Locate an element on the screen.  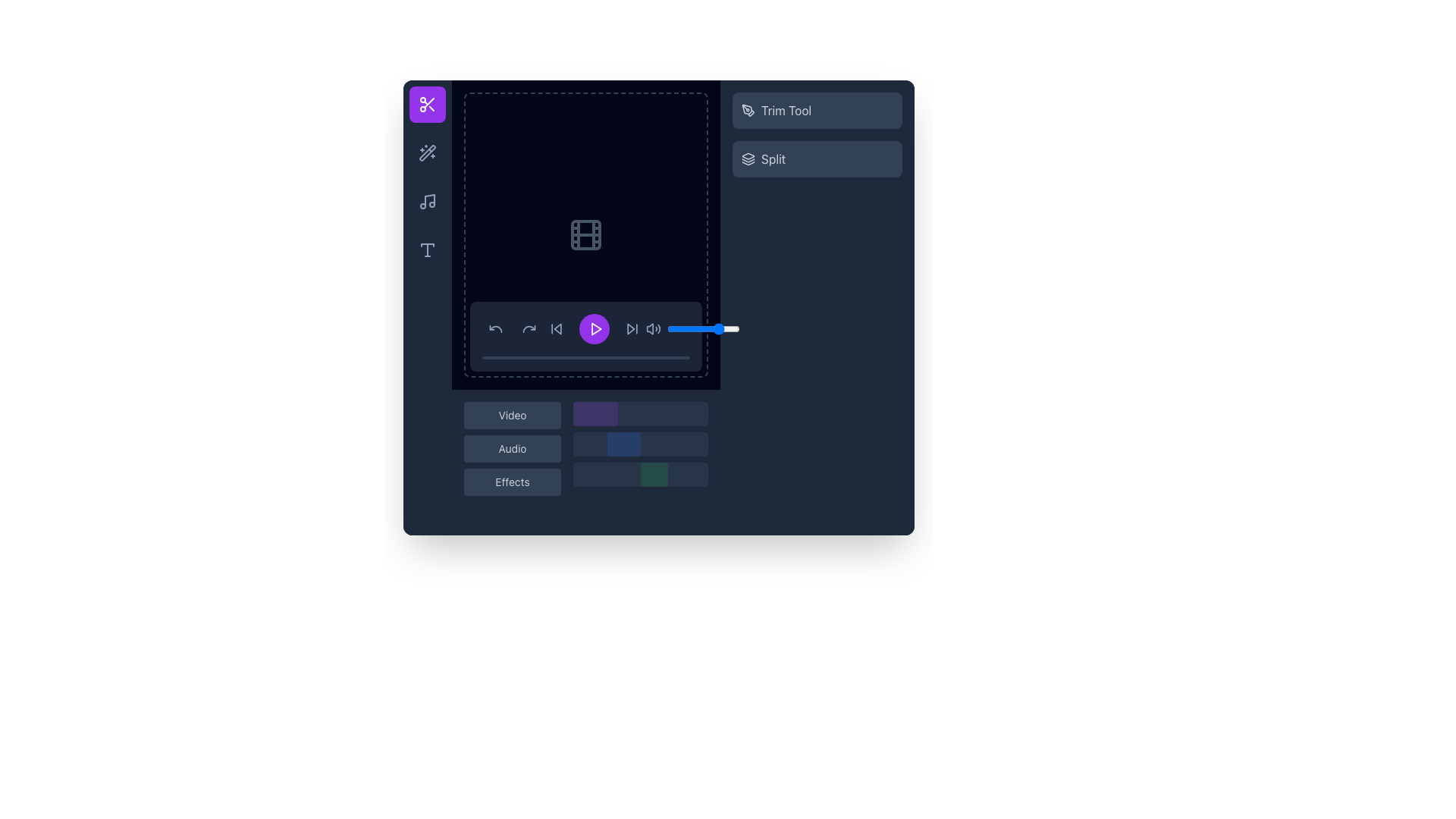
the undo button, which is the first button in a row of action controls at the bottom-left corner of the interface, featuring a curved arrow pointing to the left is located at coordinates (495, 328).